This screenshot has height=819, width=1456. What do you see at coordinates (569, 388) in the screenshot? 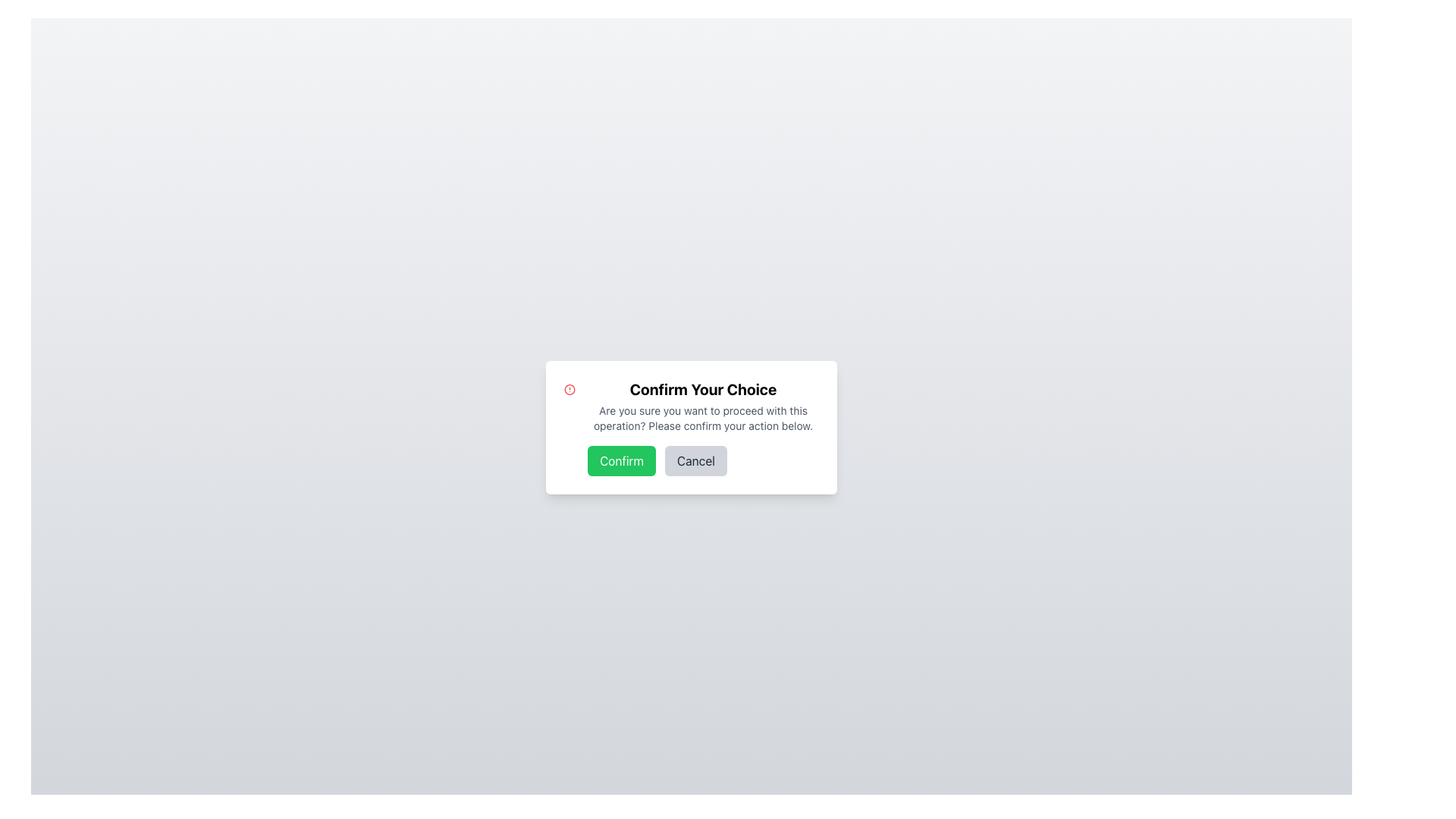
I see `the red circular shape within the alert SVG icon located at the top-left of the modal dialog box` at bounding box center [569, 388].